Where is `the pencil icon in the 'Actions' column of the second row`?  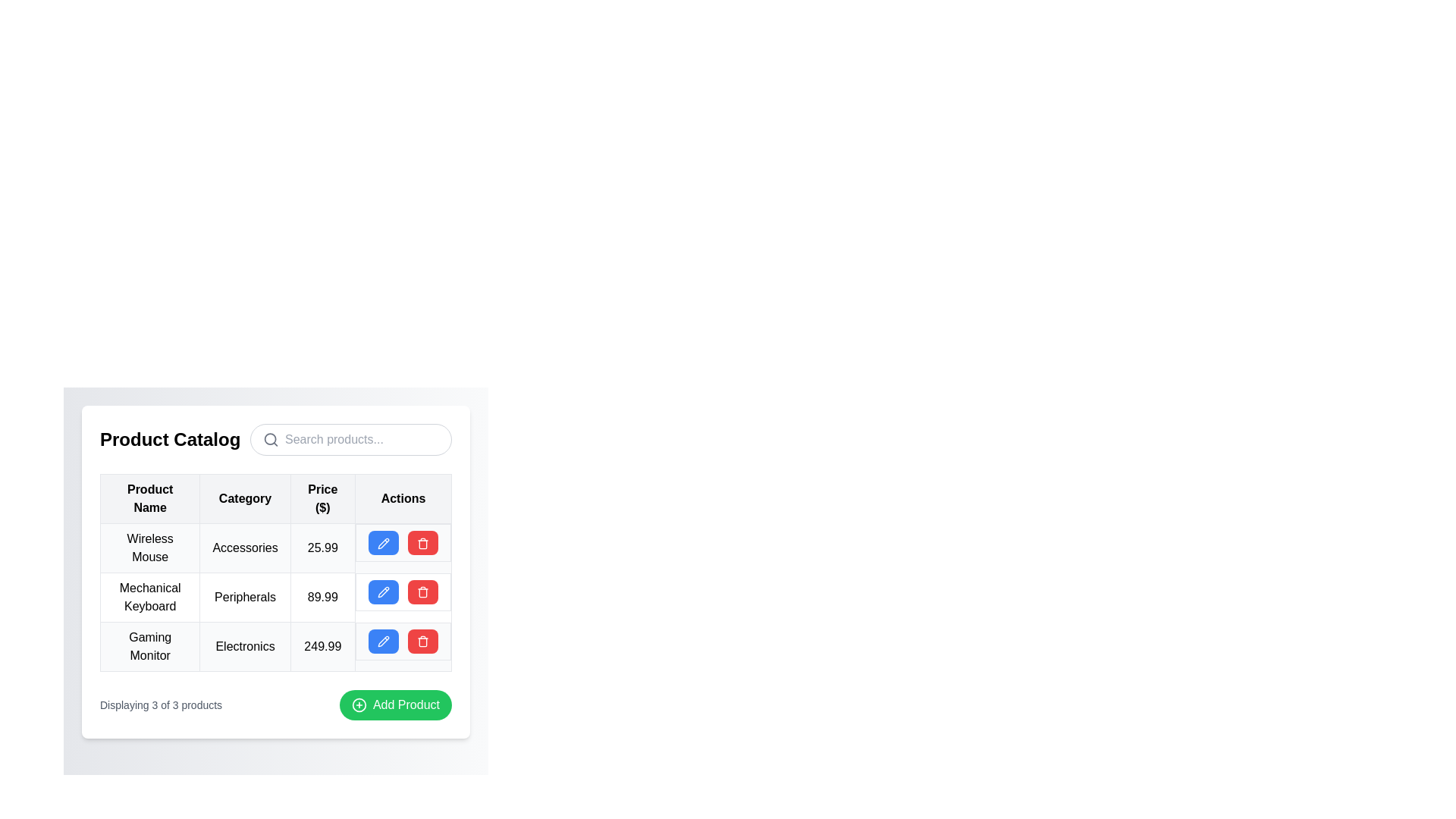
the pencil icon in the 'Actions' column of the second row is located at coordinates (383, 542).